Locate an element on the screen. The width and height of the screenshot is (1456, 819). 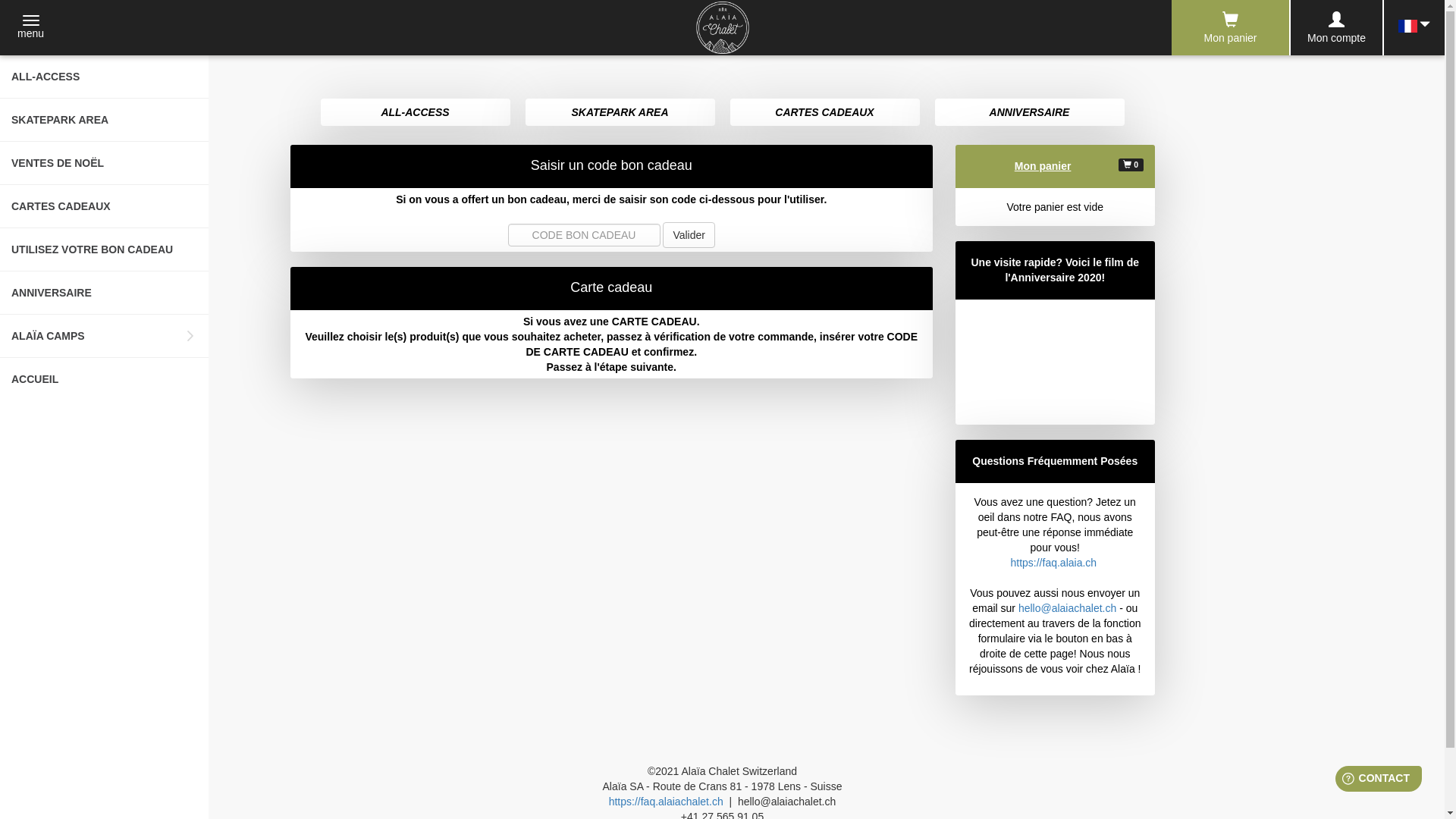
'ACCUEIL' is located at coordinates (103, 378).